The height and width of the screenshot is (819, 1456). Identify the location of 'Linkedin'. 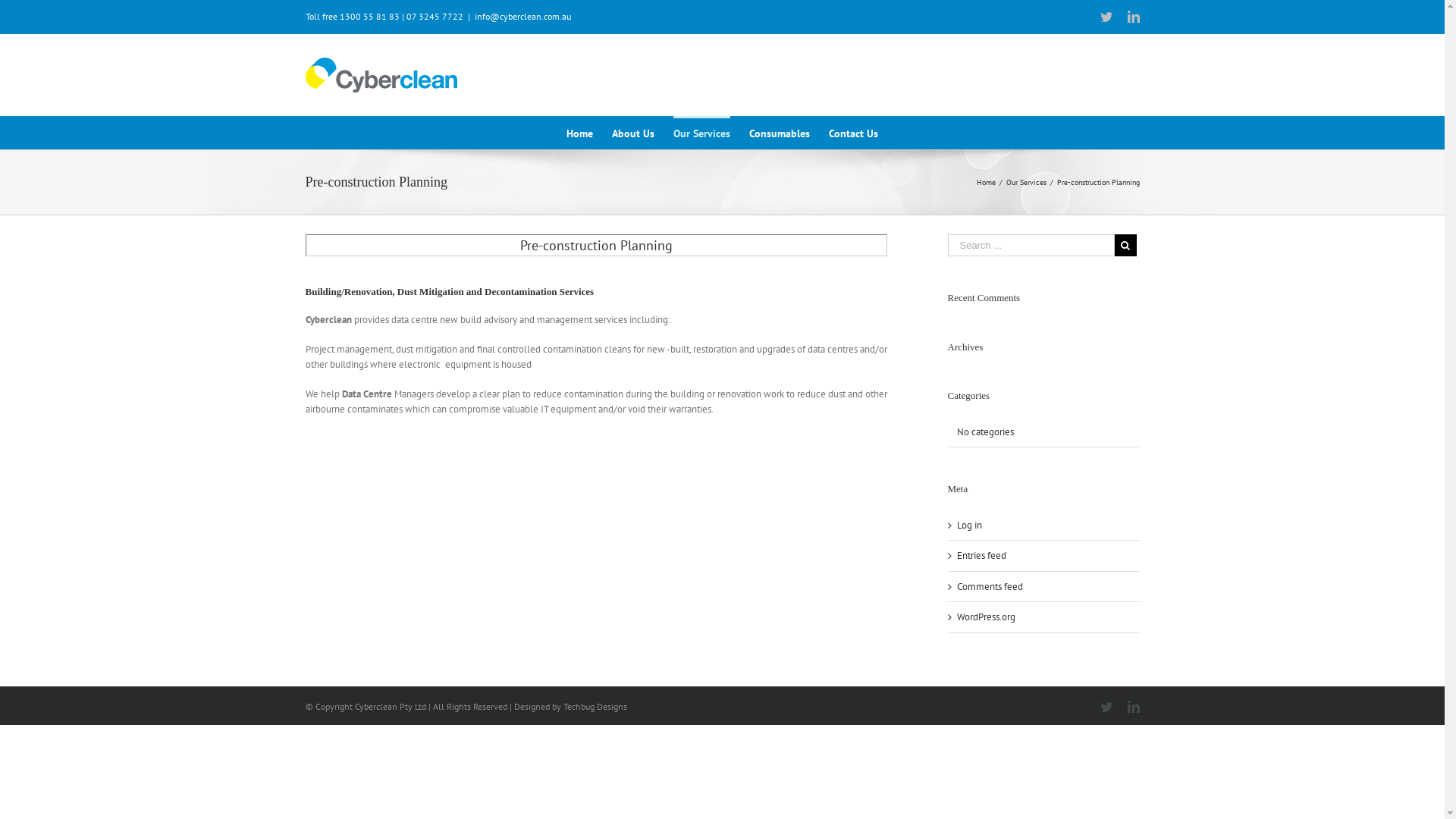
(1132, 17).